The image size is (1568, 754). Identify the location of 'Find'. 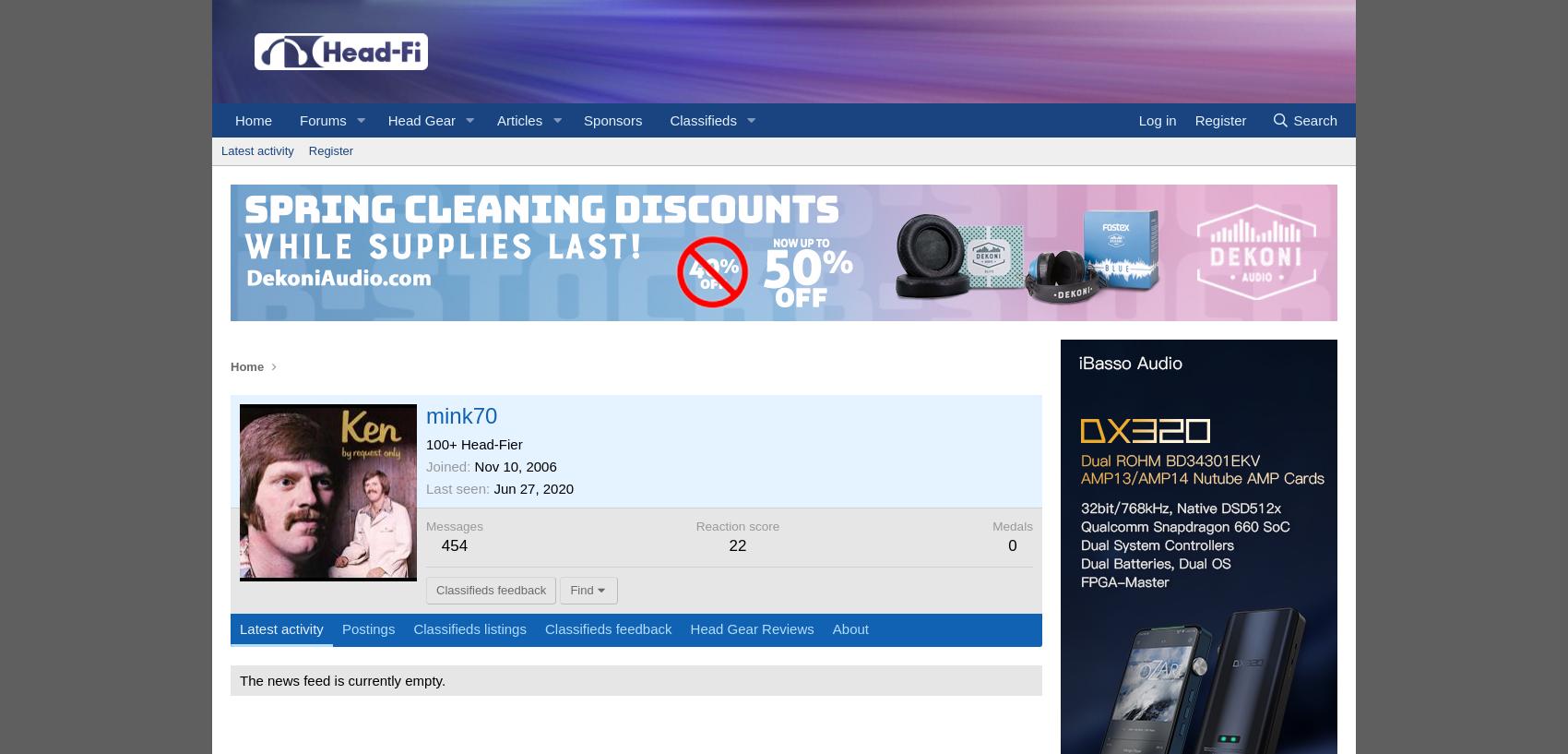
(580, 589).